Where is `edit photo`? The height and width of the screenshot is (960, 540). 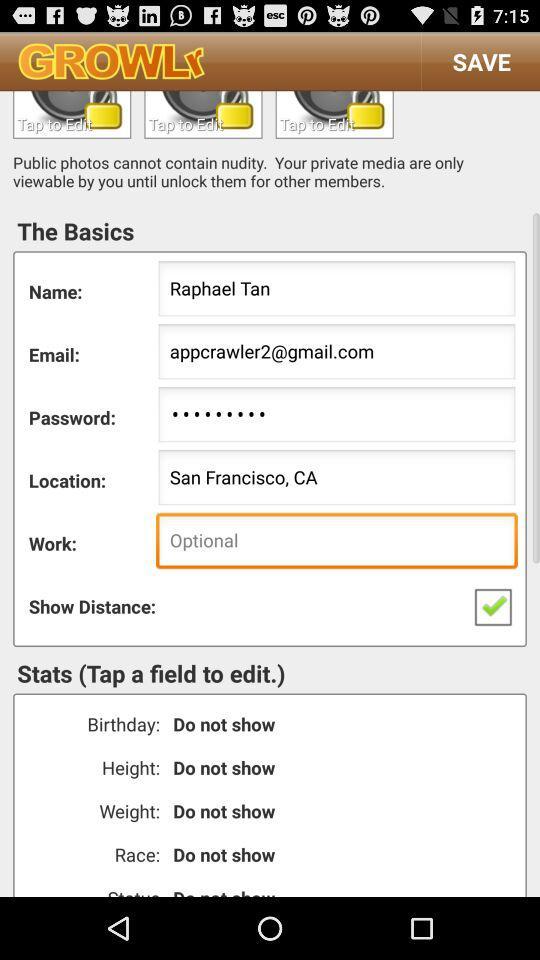
edit photo is located at coordinates (334, 114).